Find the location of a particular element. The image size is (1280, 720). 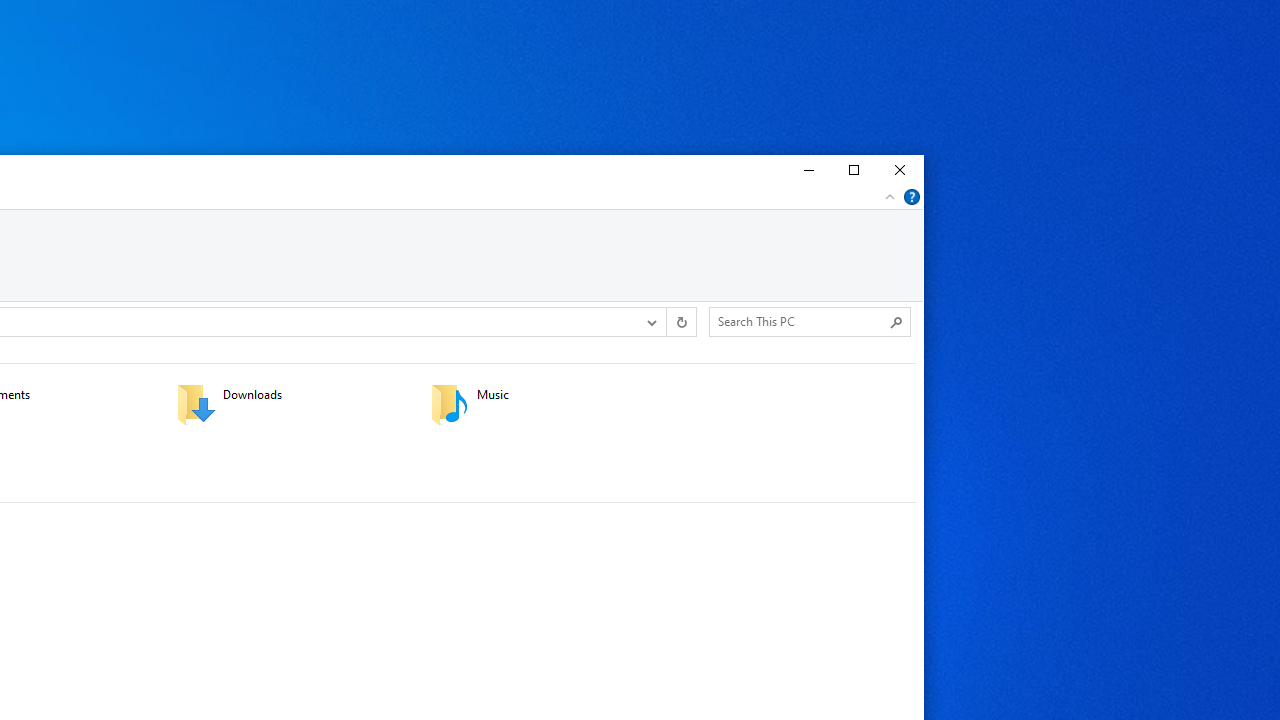

'Refresh "This PC" (F5)' is located at coordinates (680, 320).